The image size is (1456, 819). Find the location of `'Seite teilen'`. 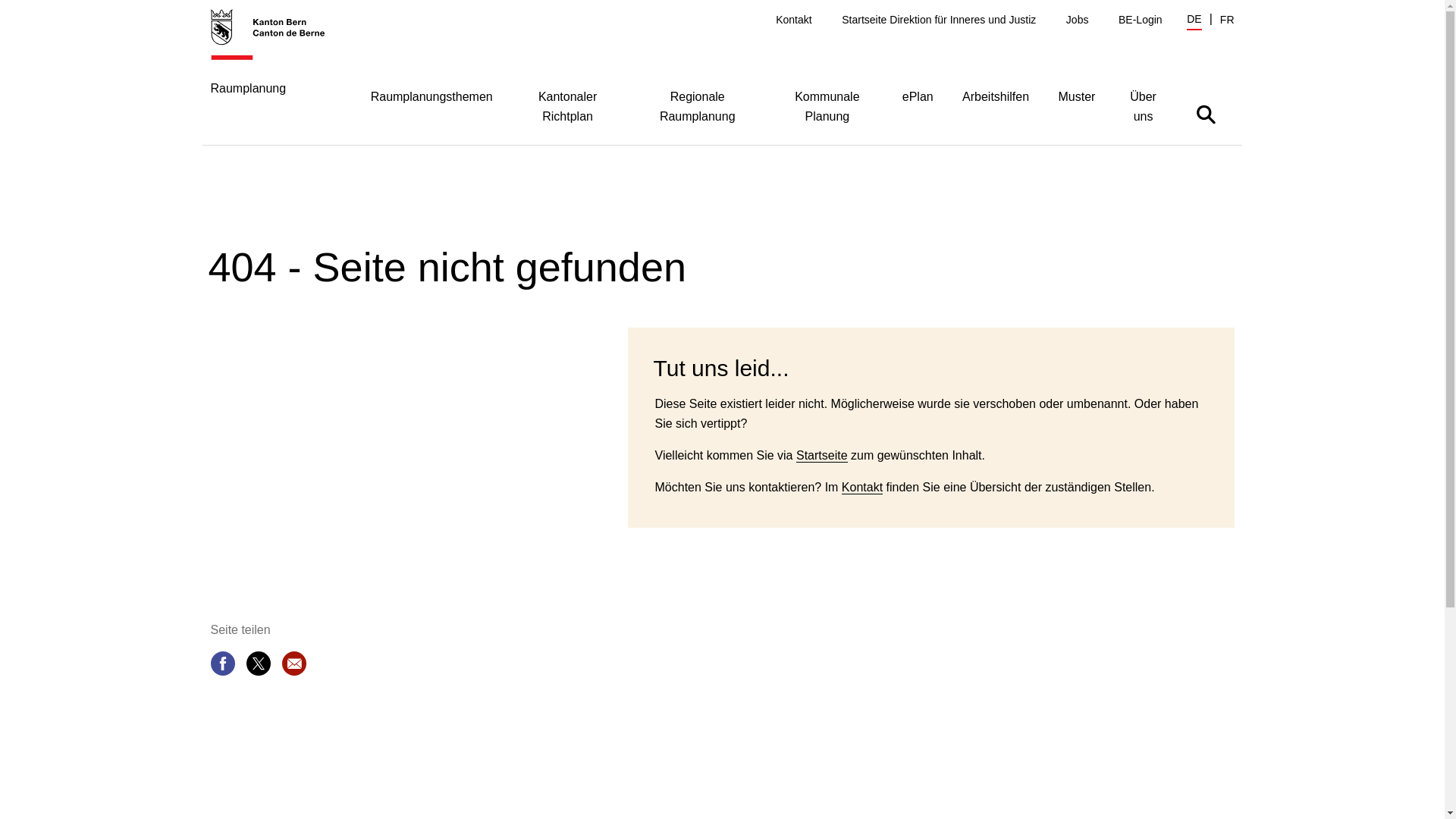

'Seite teilen' is located at coordinates (221, 666).